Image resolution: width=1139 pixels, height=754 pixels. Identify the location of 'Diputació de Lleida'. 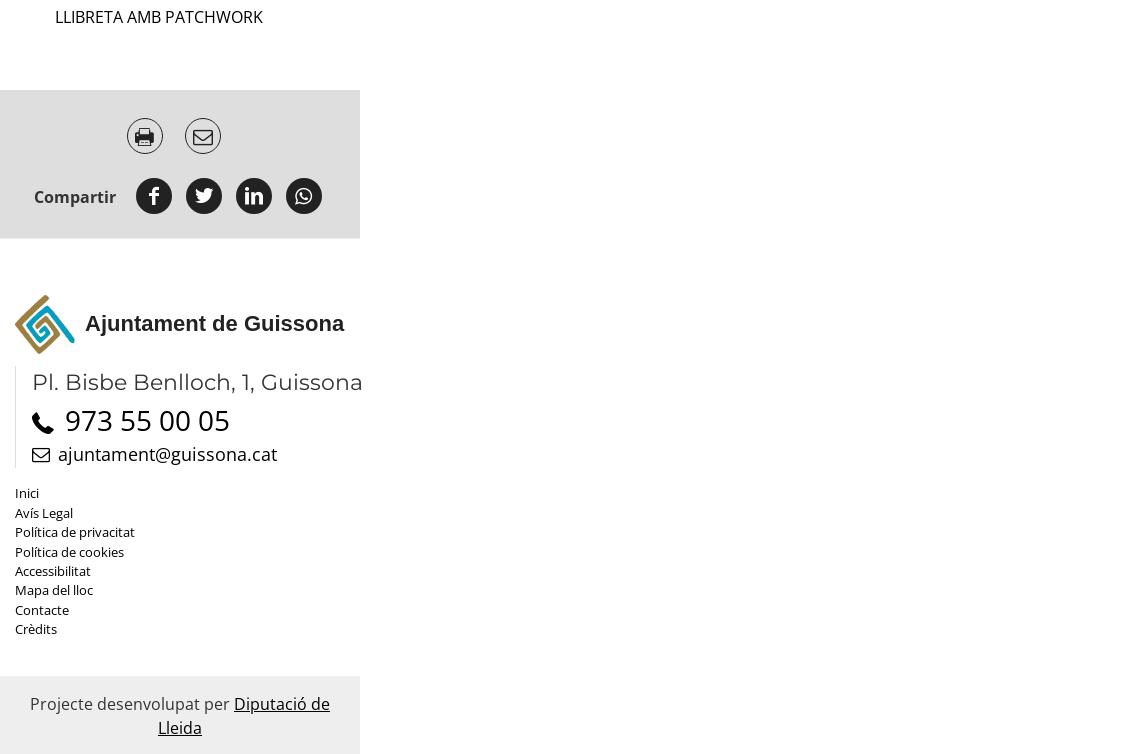
(242, 714).